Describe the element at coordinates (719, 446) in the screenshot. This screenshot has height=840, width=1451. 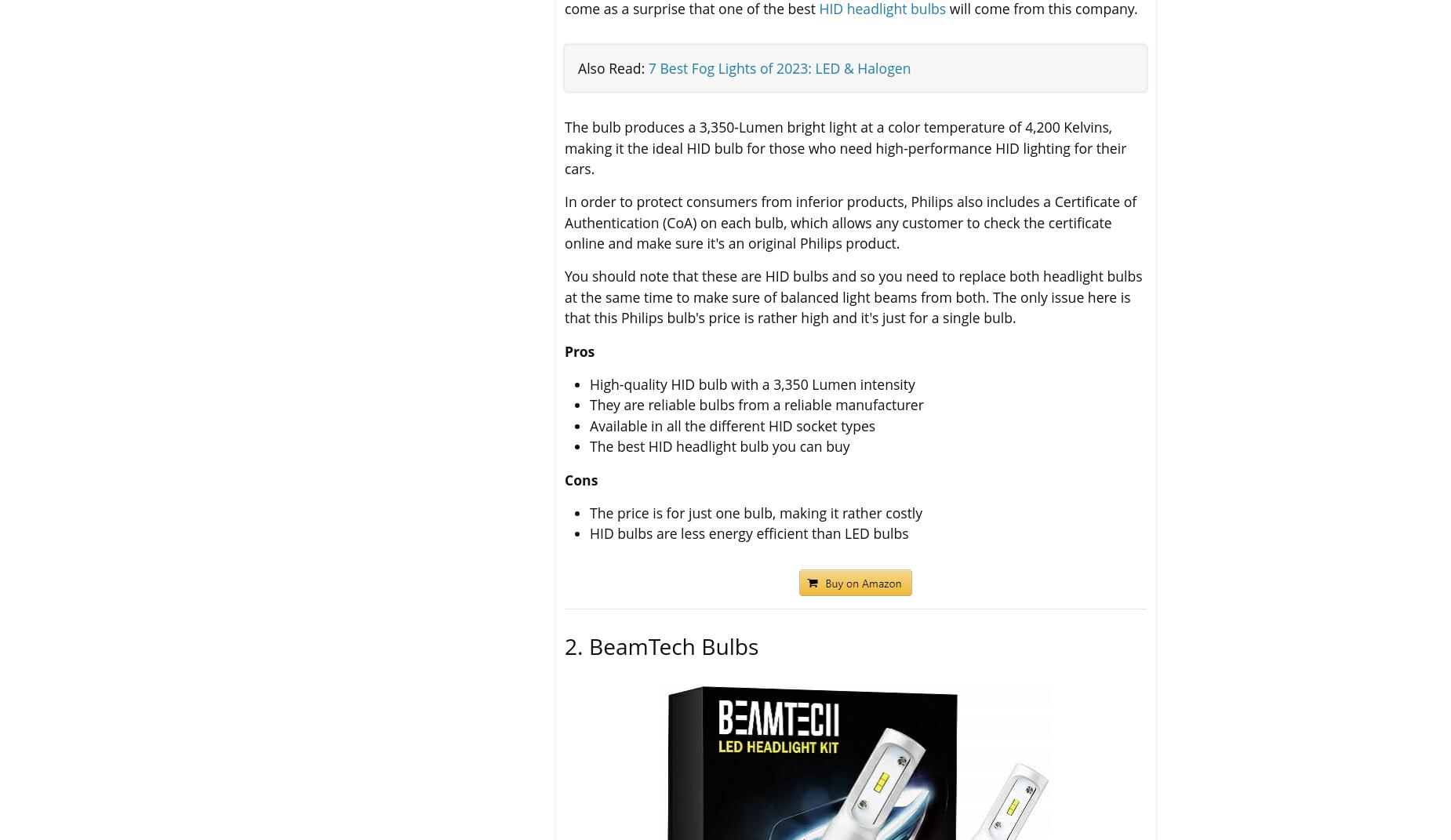
I see `'The best HID headlight bulb you can buy'` at that location.